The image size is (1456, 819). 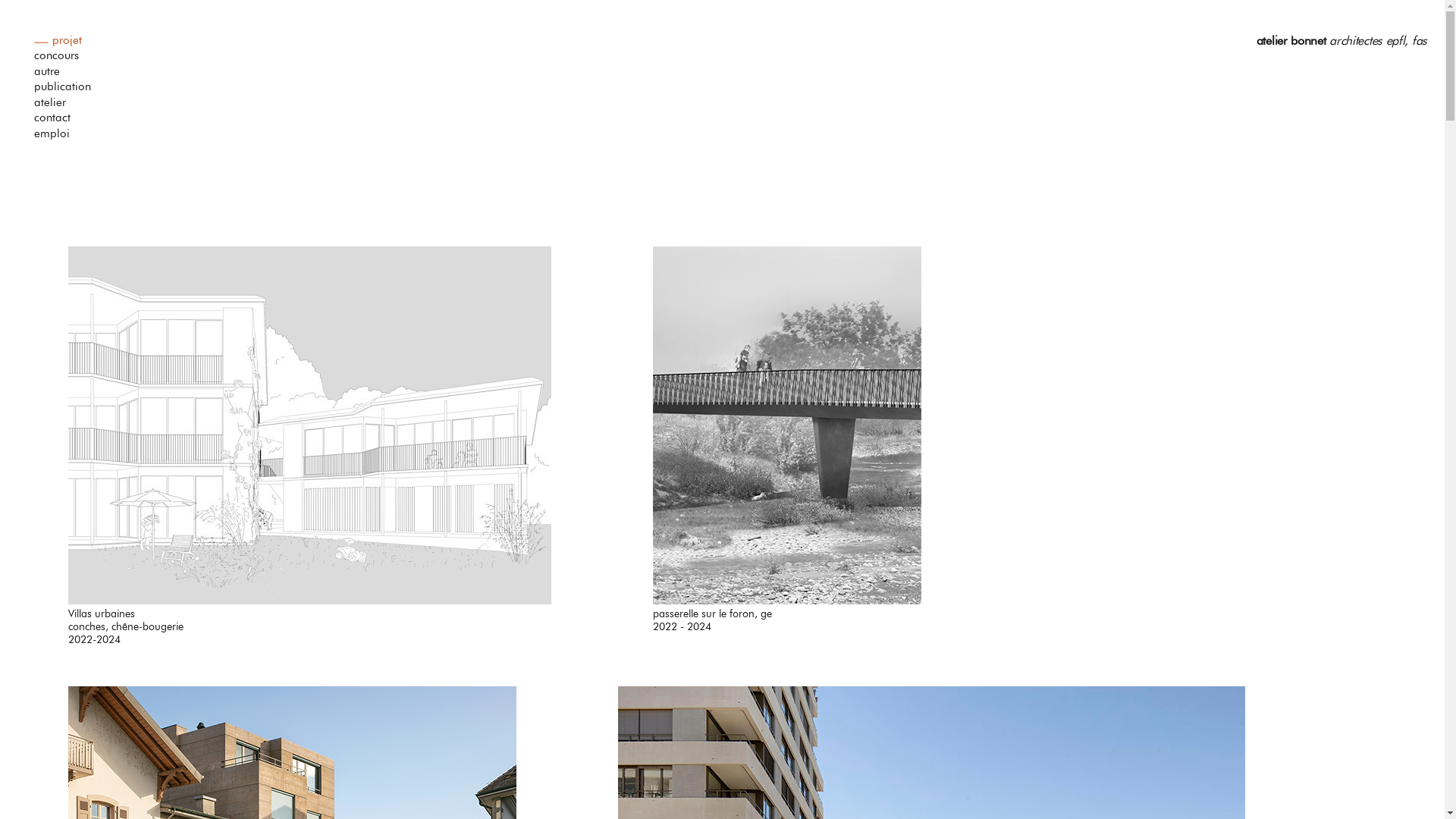 What do you see at coordinates (71, 55) in the screenshot?
I see `'concours'` at bounding box center [71, 55].